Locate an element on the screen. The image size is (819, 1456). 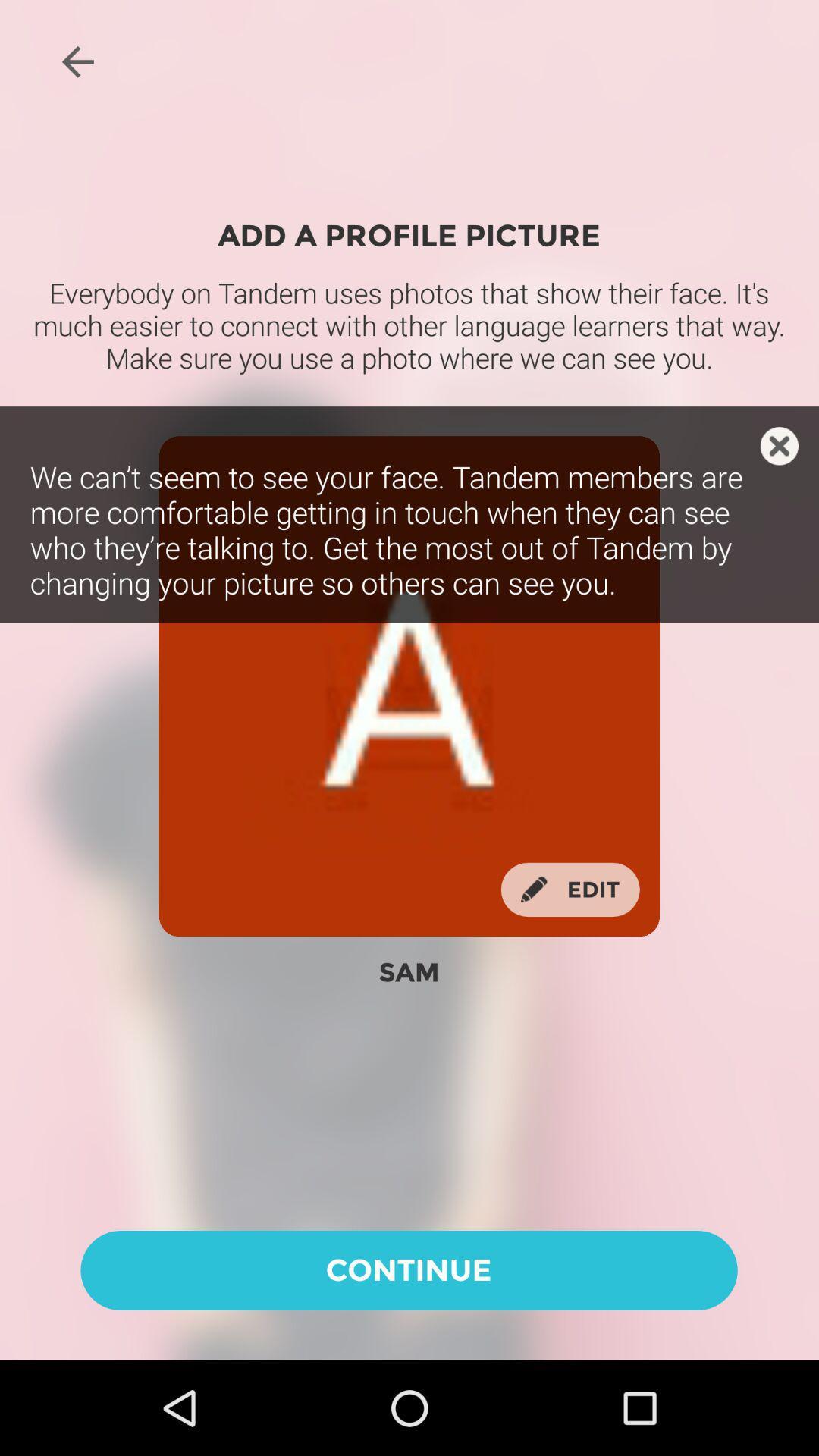
item at the top right corner is located at coordinates (779, 445).